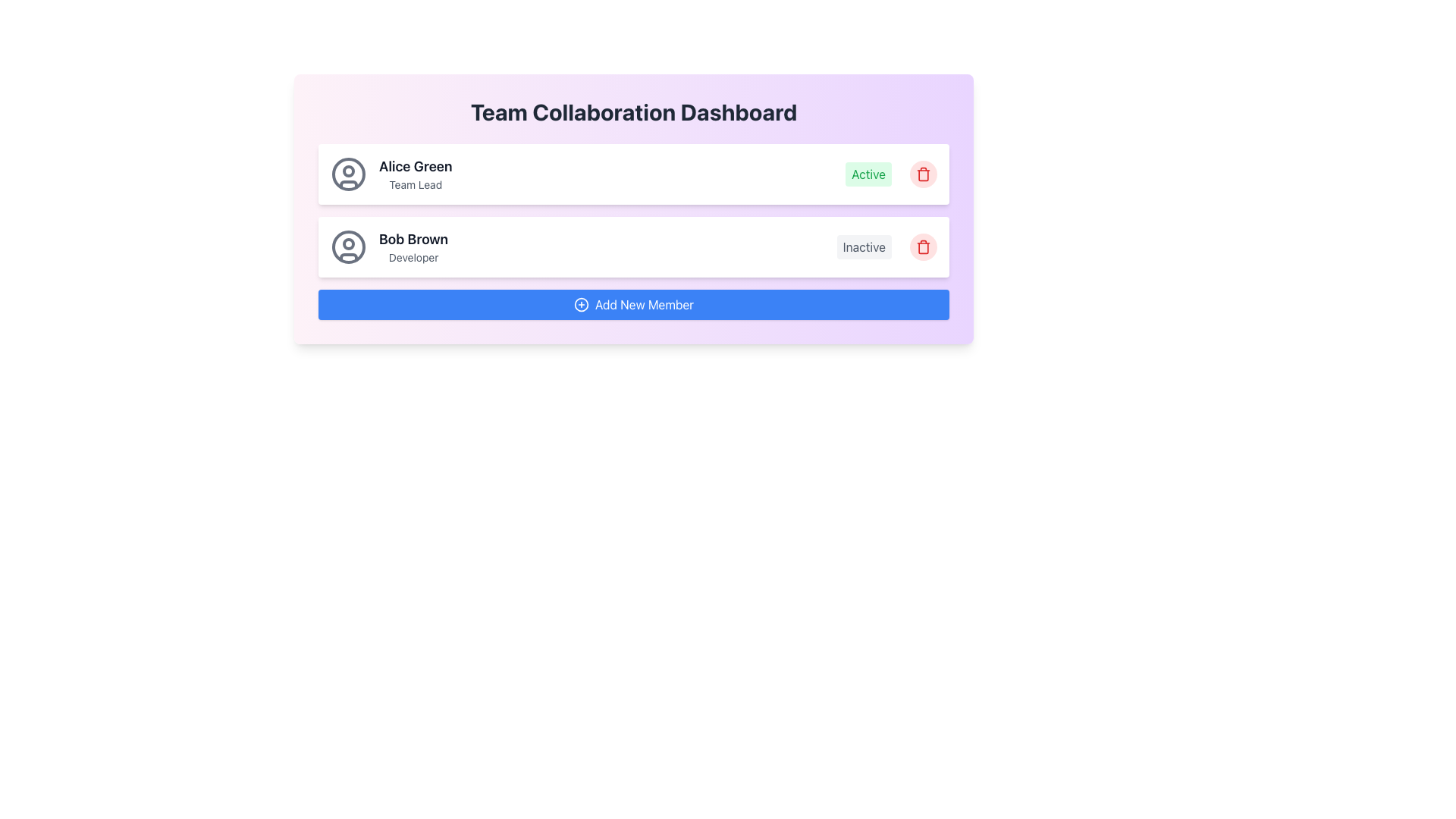 The width and height of the screenshot is (1456, 819). What do you see at coordinates (348, 246) in the screenshot?
I see `the circular user icon located in the second row (Bob Brown - Developer) of the list, which has a gray outline and a stylized figure inside` at bounding box center [348, 246].